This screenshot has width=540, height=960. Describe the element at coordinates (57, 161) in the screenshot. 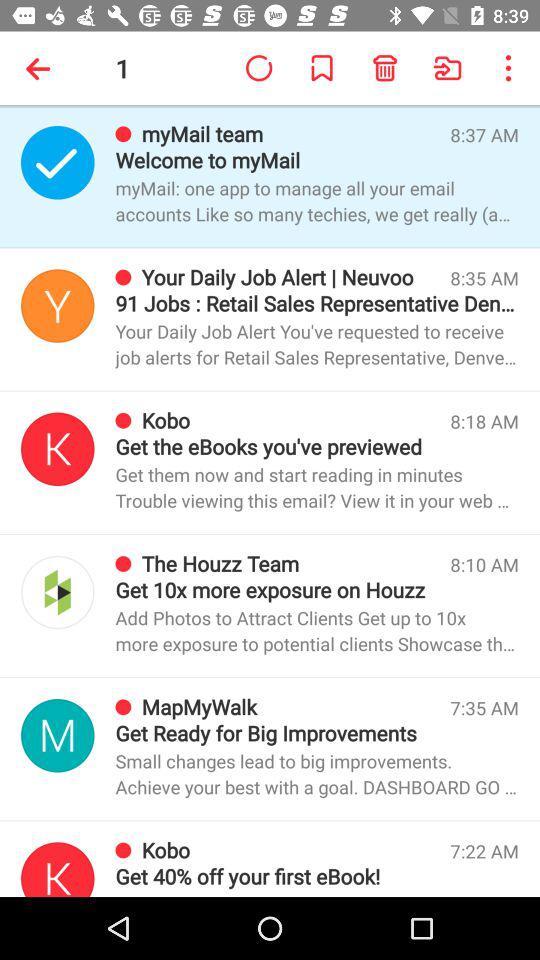

I see `the check icon` at that location.